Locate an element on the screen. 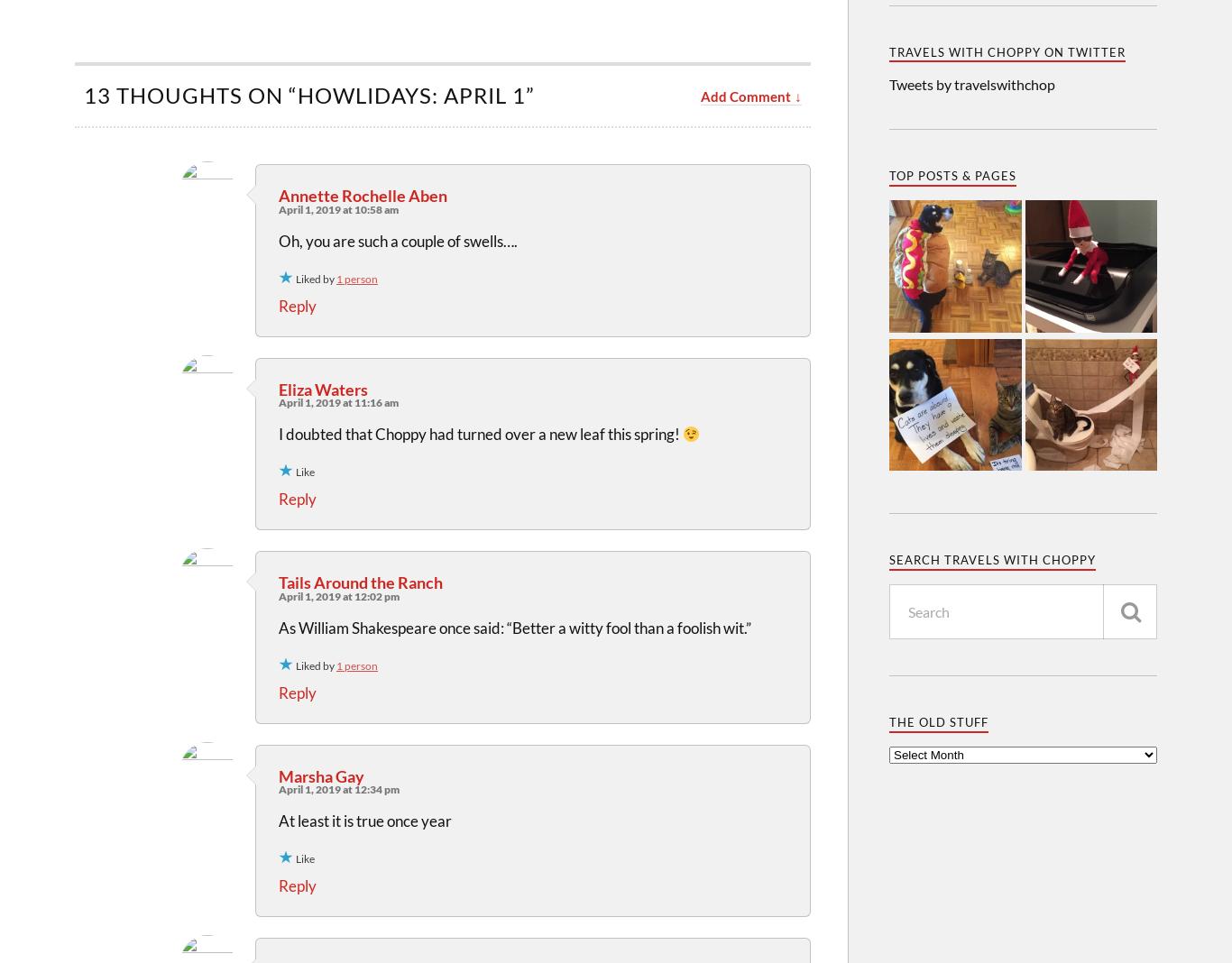  'Tweets by travelswithchop' is located at coordinates (971, 83).